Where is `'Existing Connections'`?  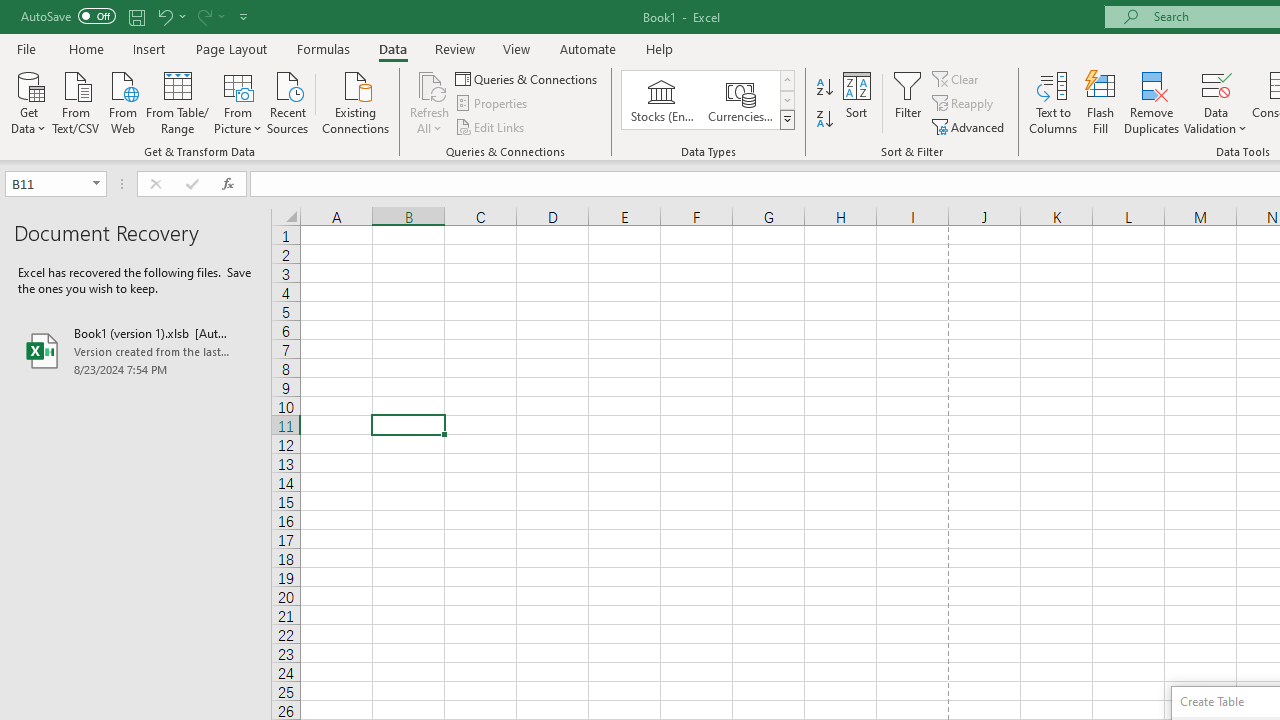 'Existing Connections' is located at coordinates (355, 101).